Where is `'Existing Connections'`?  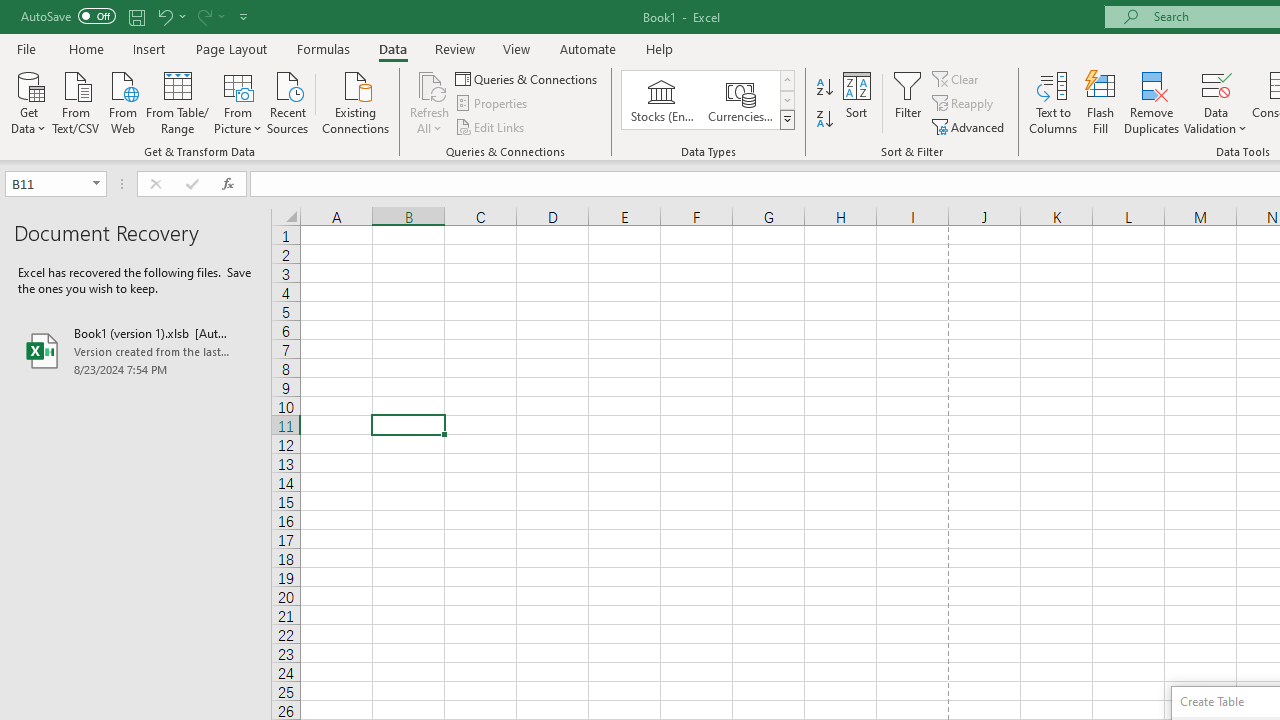 'Existing Connections' is located at coordinates (355, 101).